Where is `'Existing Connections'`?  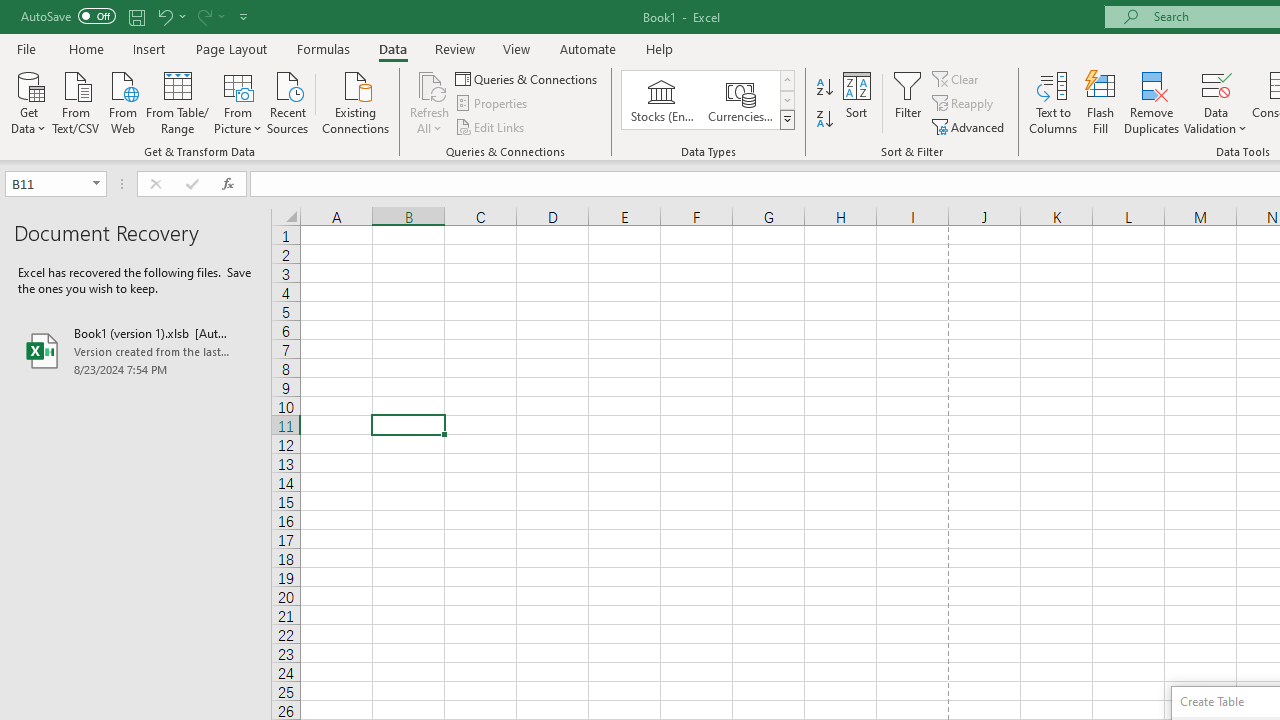 'Existing Connections' is located at coordinates (355, 101).